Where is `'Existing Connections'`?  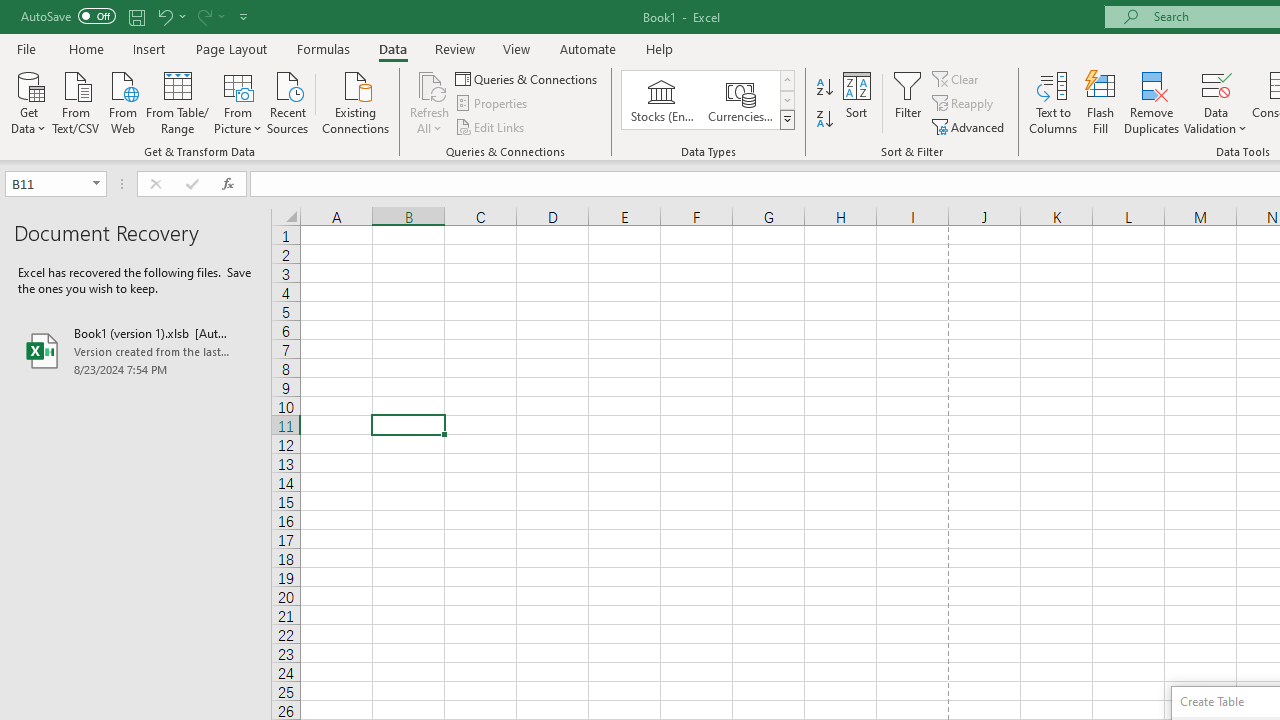 'Existing Connections' is located at coordinates (355, 101).